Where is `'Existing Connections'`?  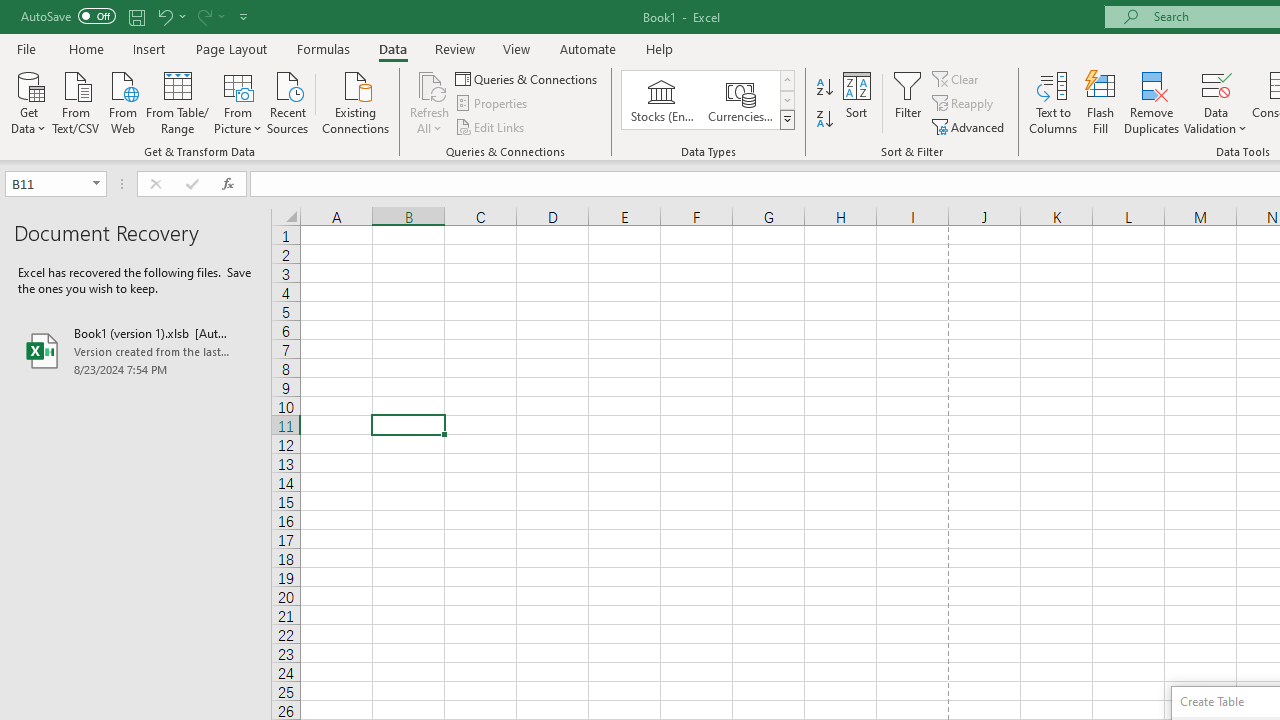 'Existing Connections' is located at coordinates (355, 101).